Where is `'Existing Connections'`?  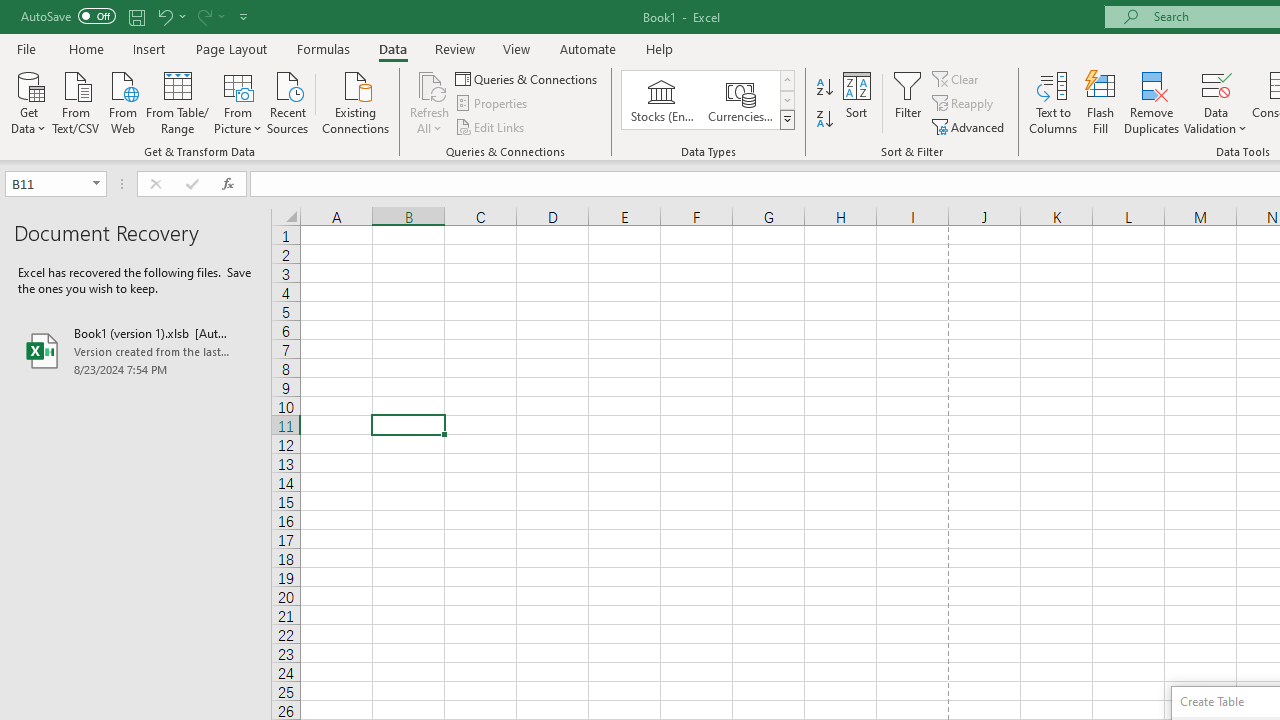 'Existing Connections' is located at coordinates (355, 101).